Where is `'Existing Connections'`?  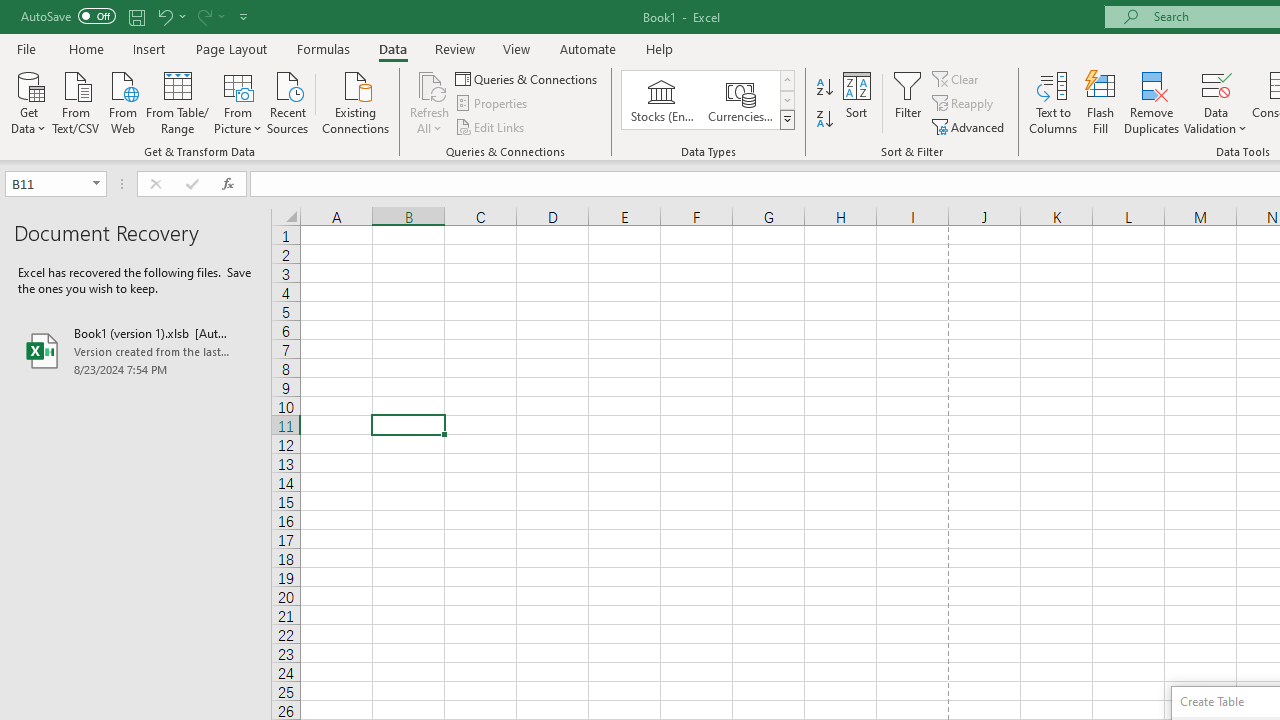 'Existing Connections' is located at coordinates (355, 101).